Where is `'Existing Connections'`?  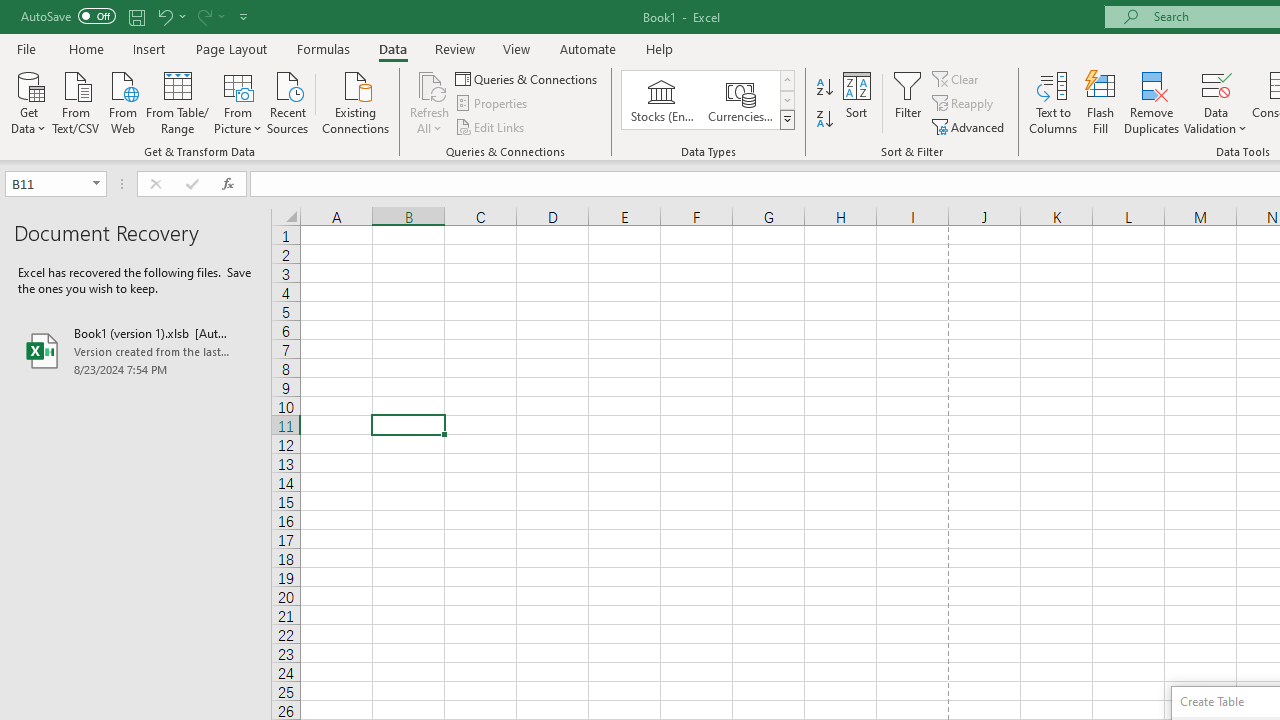 'Existing Connections' is located at coordinates (355, 101).